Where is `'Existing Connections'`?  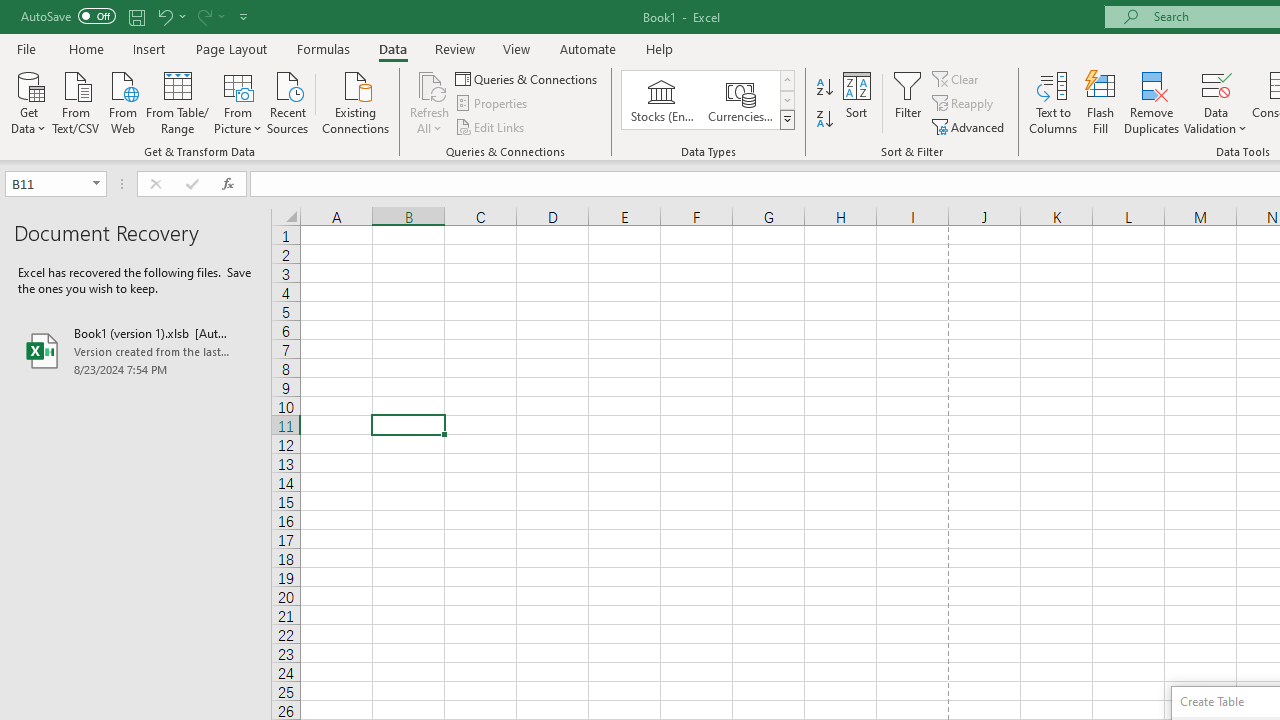 'Existing Connections' is located at coordinates (355, 101).